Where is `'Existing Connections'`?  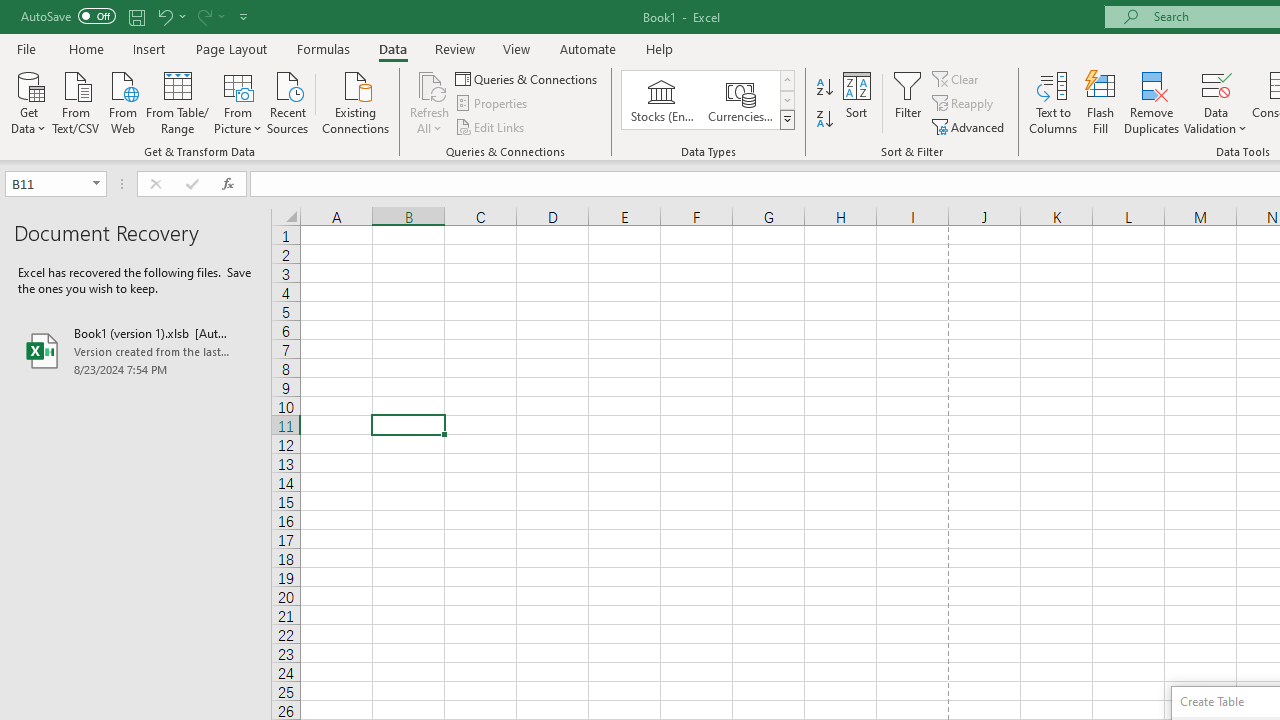 'Existing Connections' is located at coordinates (355, 101).